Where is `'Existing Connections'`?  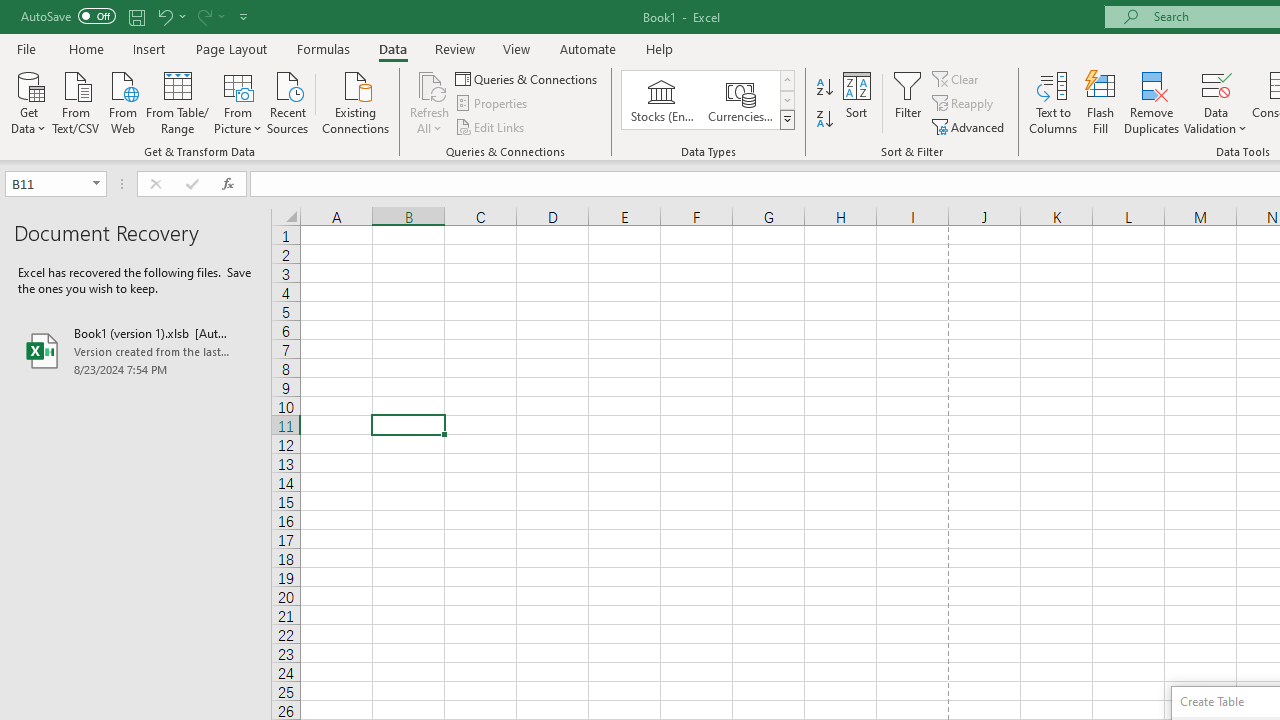 'Existing Connections' is located at coordinates (355, 101).